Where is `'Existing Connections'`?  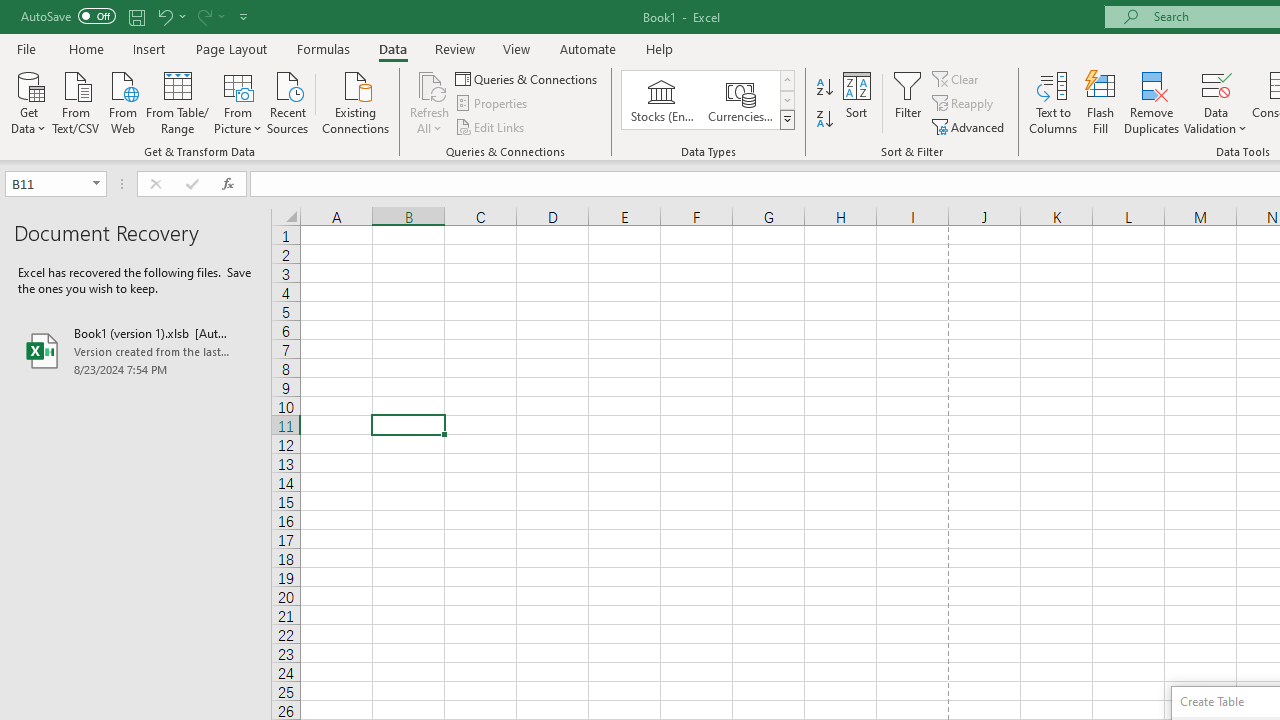 'Existing Connections' is located at coordinates (355, 101).